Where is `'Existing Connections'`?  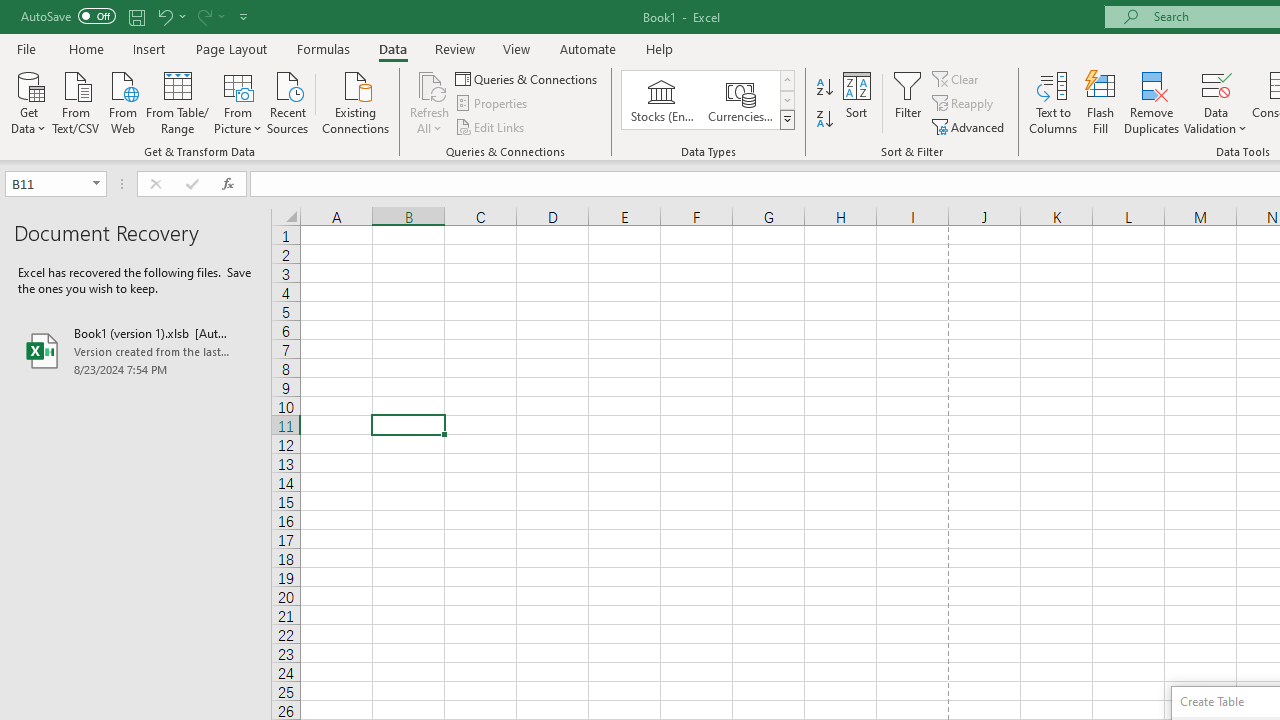 'Existing Connections' is located at coordinates (355, 101).